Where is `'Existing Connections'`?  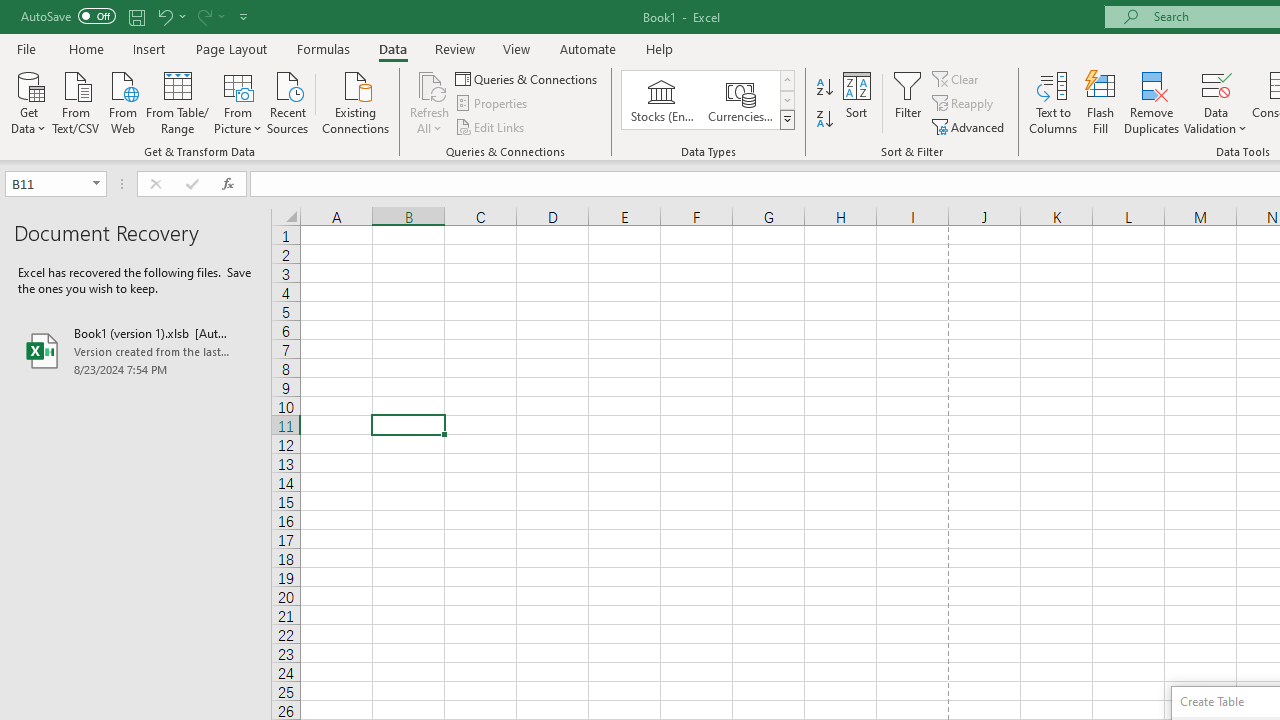 'Existing Connections' is located at coordinates (355, 101).